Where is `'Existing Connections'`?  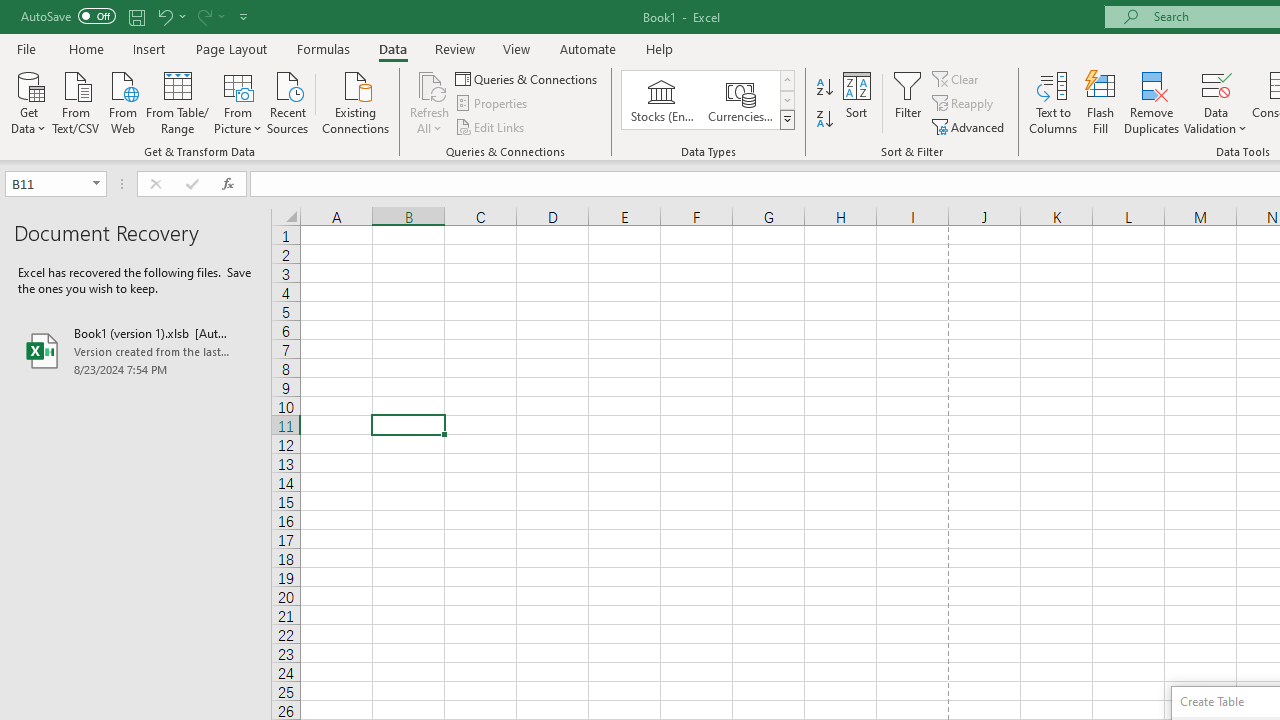 'Existing Connections' is located at coordinates (355, 101).